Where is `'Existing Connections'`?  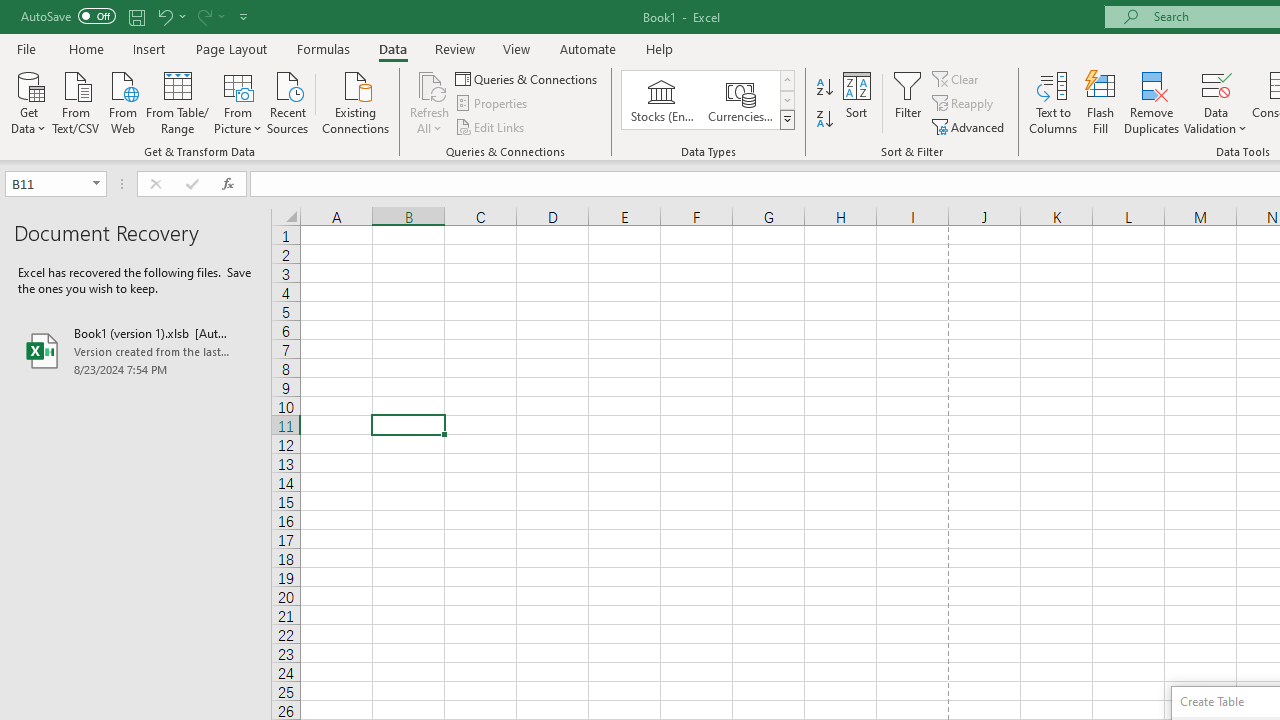 'Existing Connections' is located at coordinates (355, 101).